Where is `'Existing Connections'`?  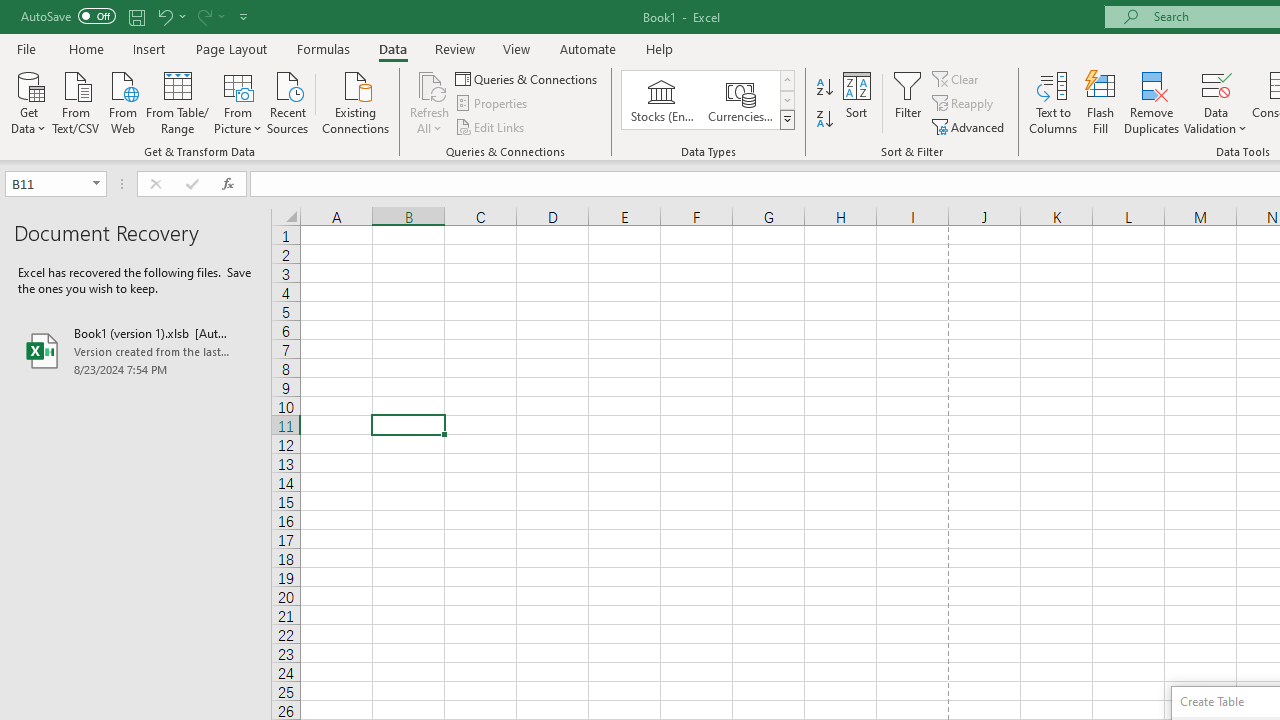 'Existing Connections' is located at coordinates (355, 101).